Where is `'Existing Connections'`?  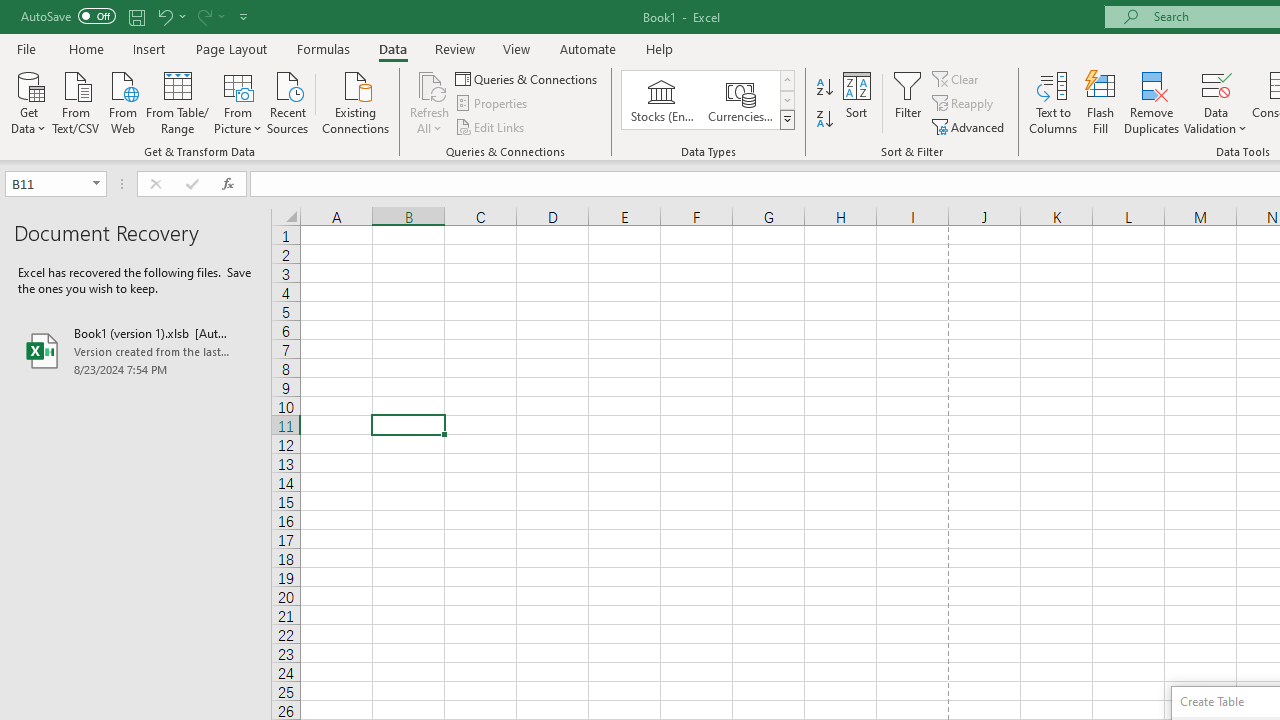 'Existing Connections' is located at coordinates (355, 101).